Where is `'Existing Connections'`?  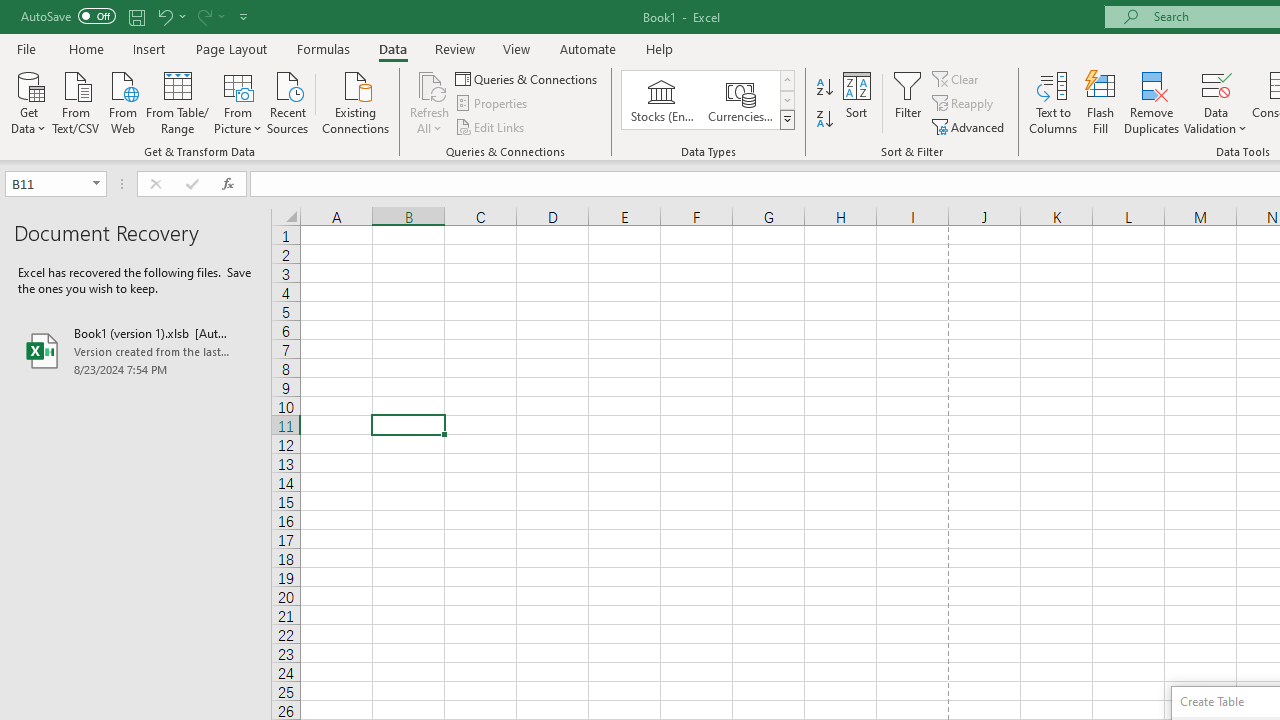 'Existing Connections' is located at coordinates (355, 101).